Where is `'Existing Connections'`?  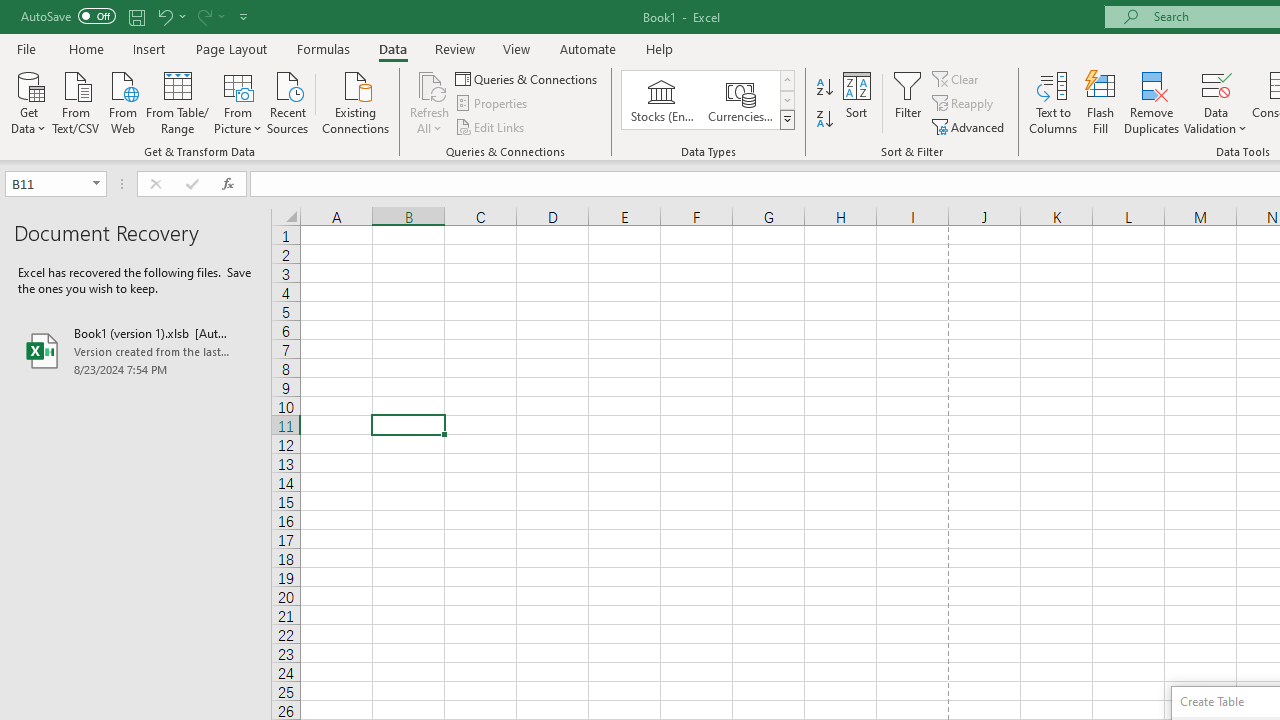 'Existing Connections' is located at coordinates (355, 101).